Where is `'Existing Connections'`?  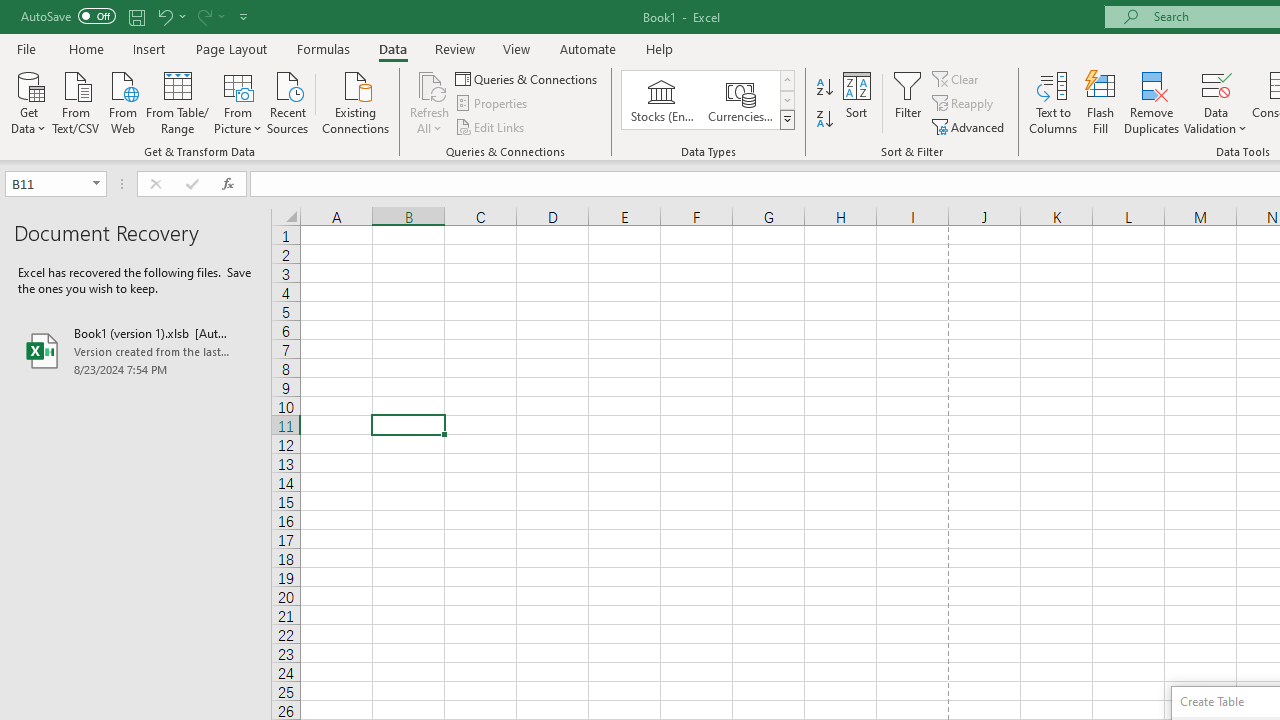 'Existing Connections' is located at coordinates (355, 101).